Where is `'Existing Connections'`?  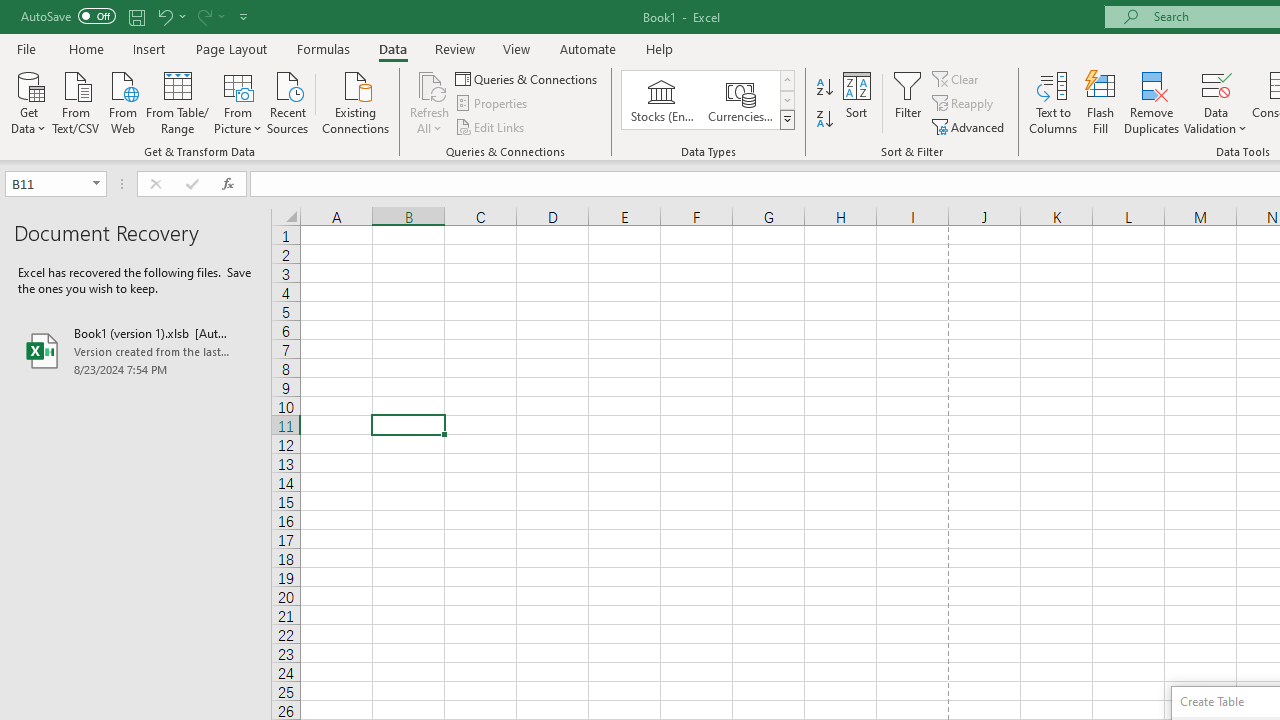 'Existing Connections' is located at coordinates (355, 101).